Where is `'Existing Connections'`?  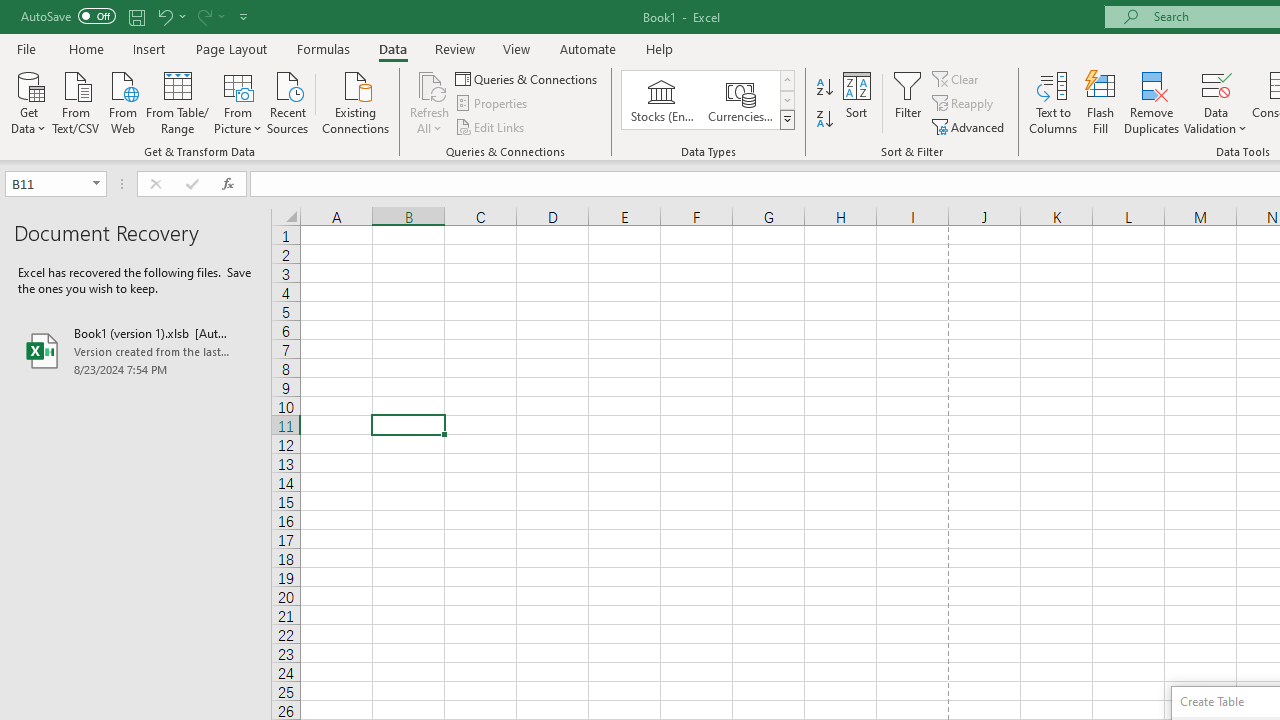 'Existing Connections' is located at coordinates (355, 101).